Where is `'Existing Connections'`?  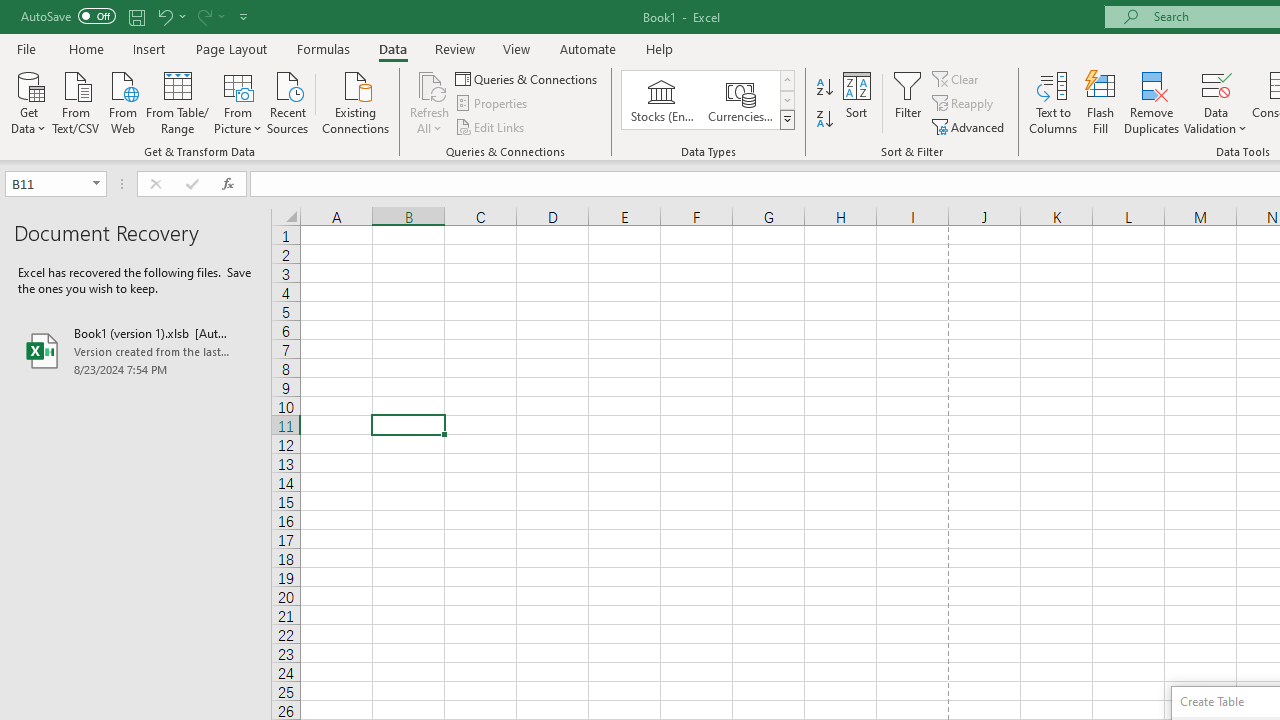 'Existing Connections' is located at coordinates (355, 101).